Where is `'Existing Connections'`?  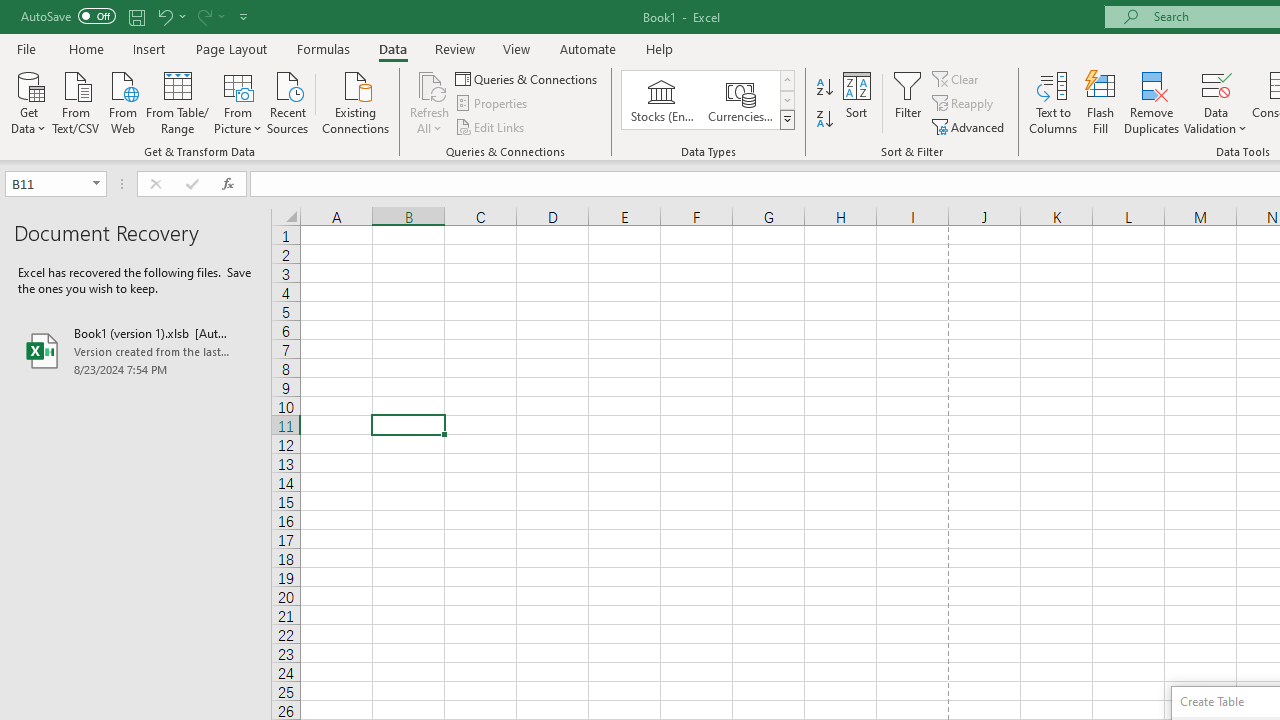 'Existing Connections' is located at coordinates (355, 101).